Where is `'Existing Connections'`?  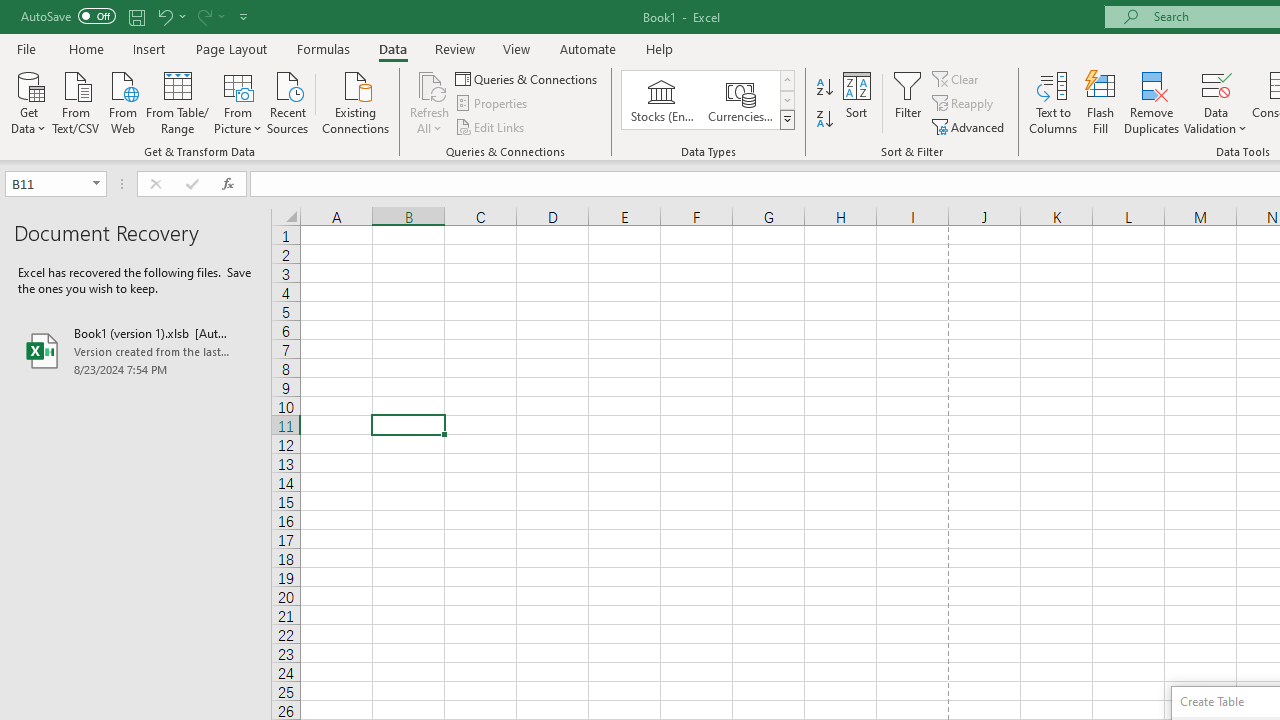 'Existing Connections' is located at coordinates (355, 101).